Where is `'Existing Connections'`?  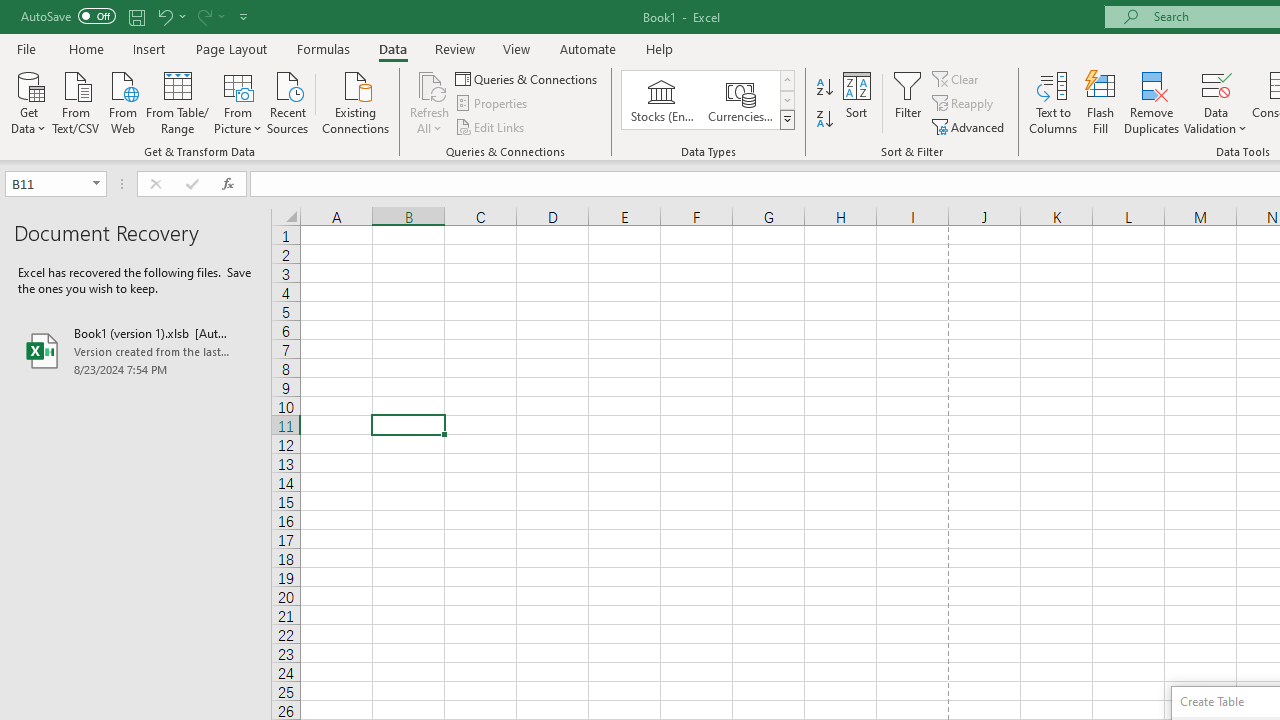 'Existing Connections' is located at coordinates (355, 101).